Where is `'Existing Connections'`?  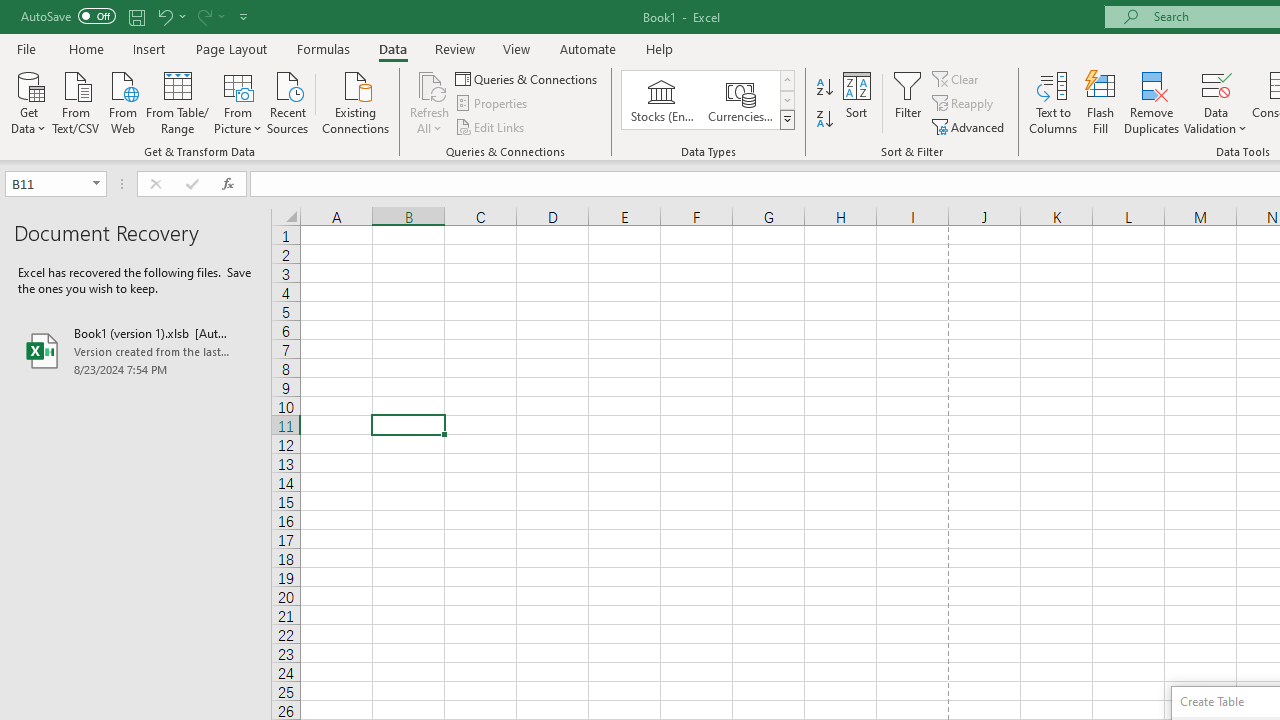 'Existing Connections' is located at coordinates (355, 101).